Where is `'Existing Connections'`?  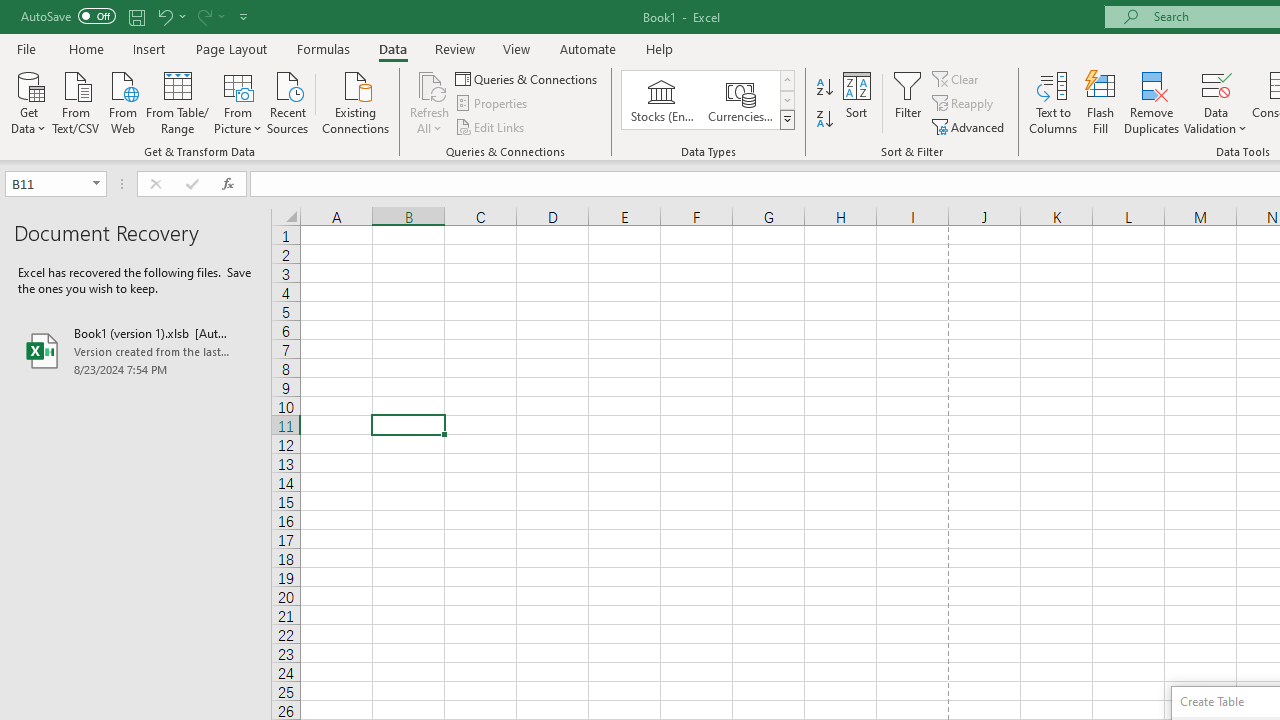 'Existing Connections' is located at coordinates (355, 101).